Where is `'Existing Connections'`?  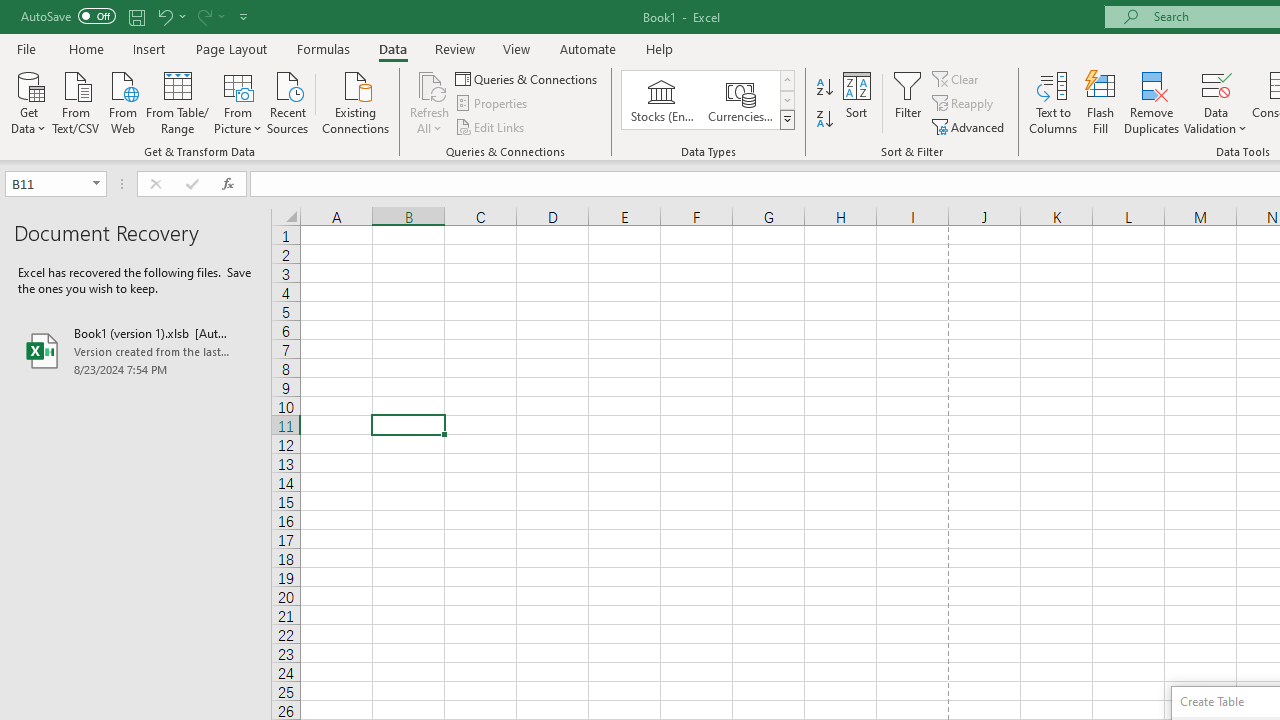 'Existing Connections' is located at coordinates (355, 101).